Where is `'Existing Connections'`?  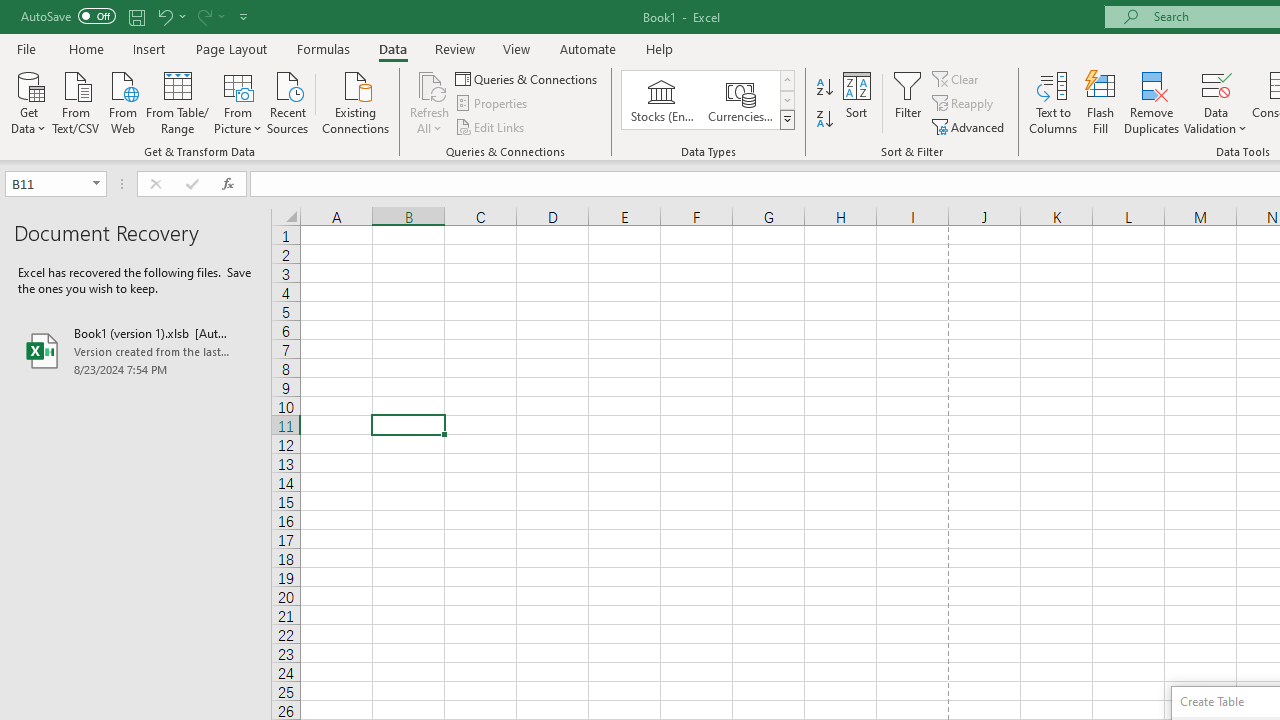 'Existing Connections' is located at coordinates (355, 101).